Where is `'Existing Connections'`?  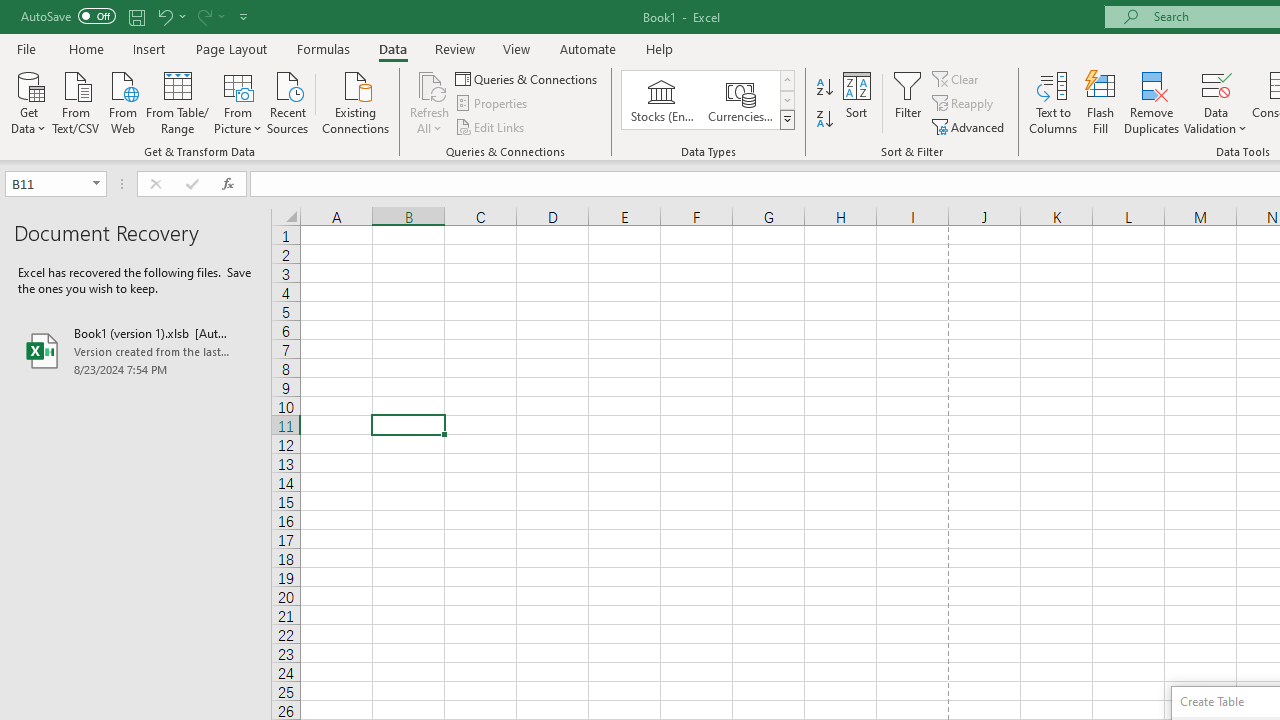 'Existing Connections' is located at coordinates (355, 101).